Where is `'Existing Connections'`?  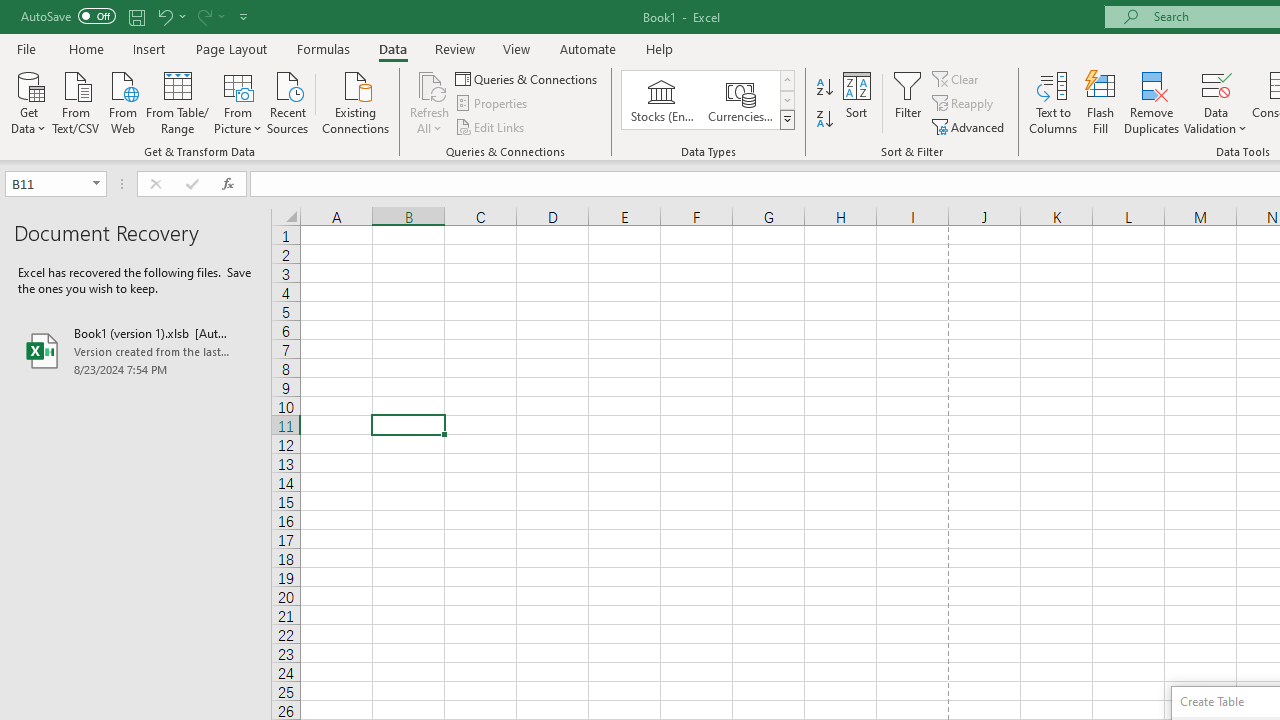 'Existing Connections' is located at coordinates (355, 101).